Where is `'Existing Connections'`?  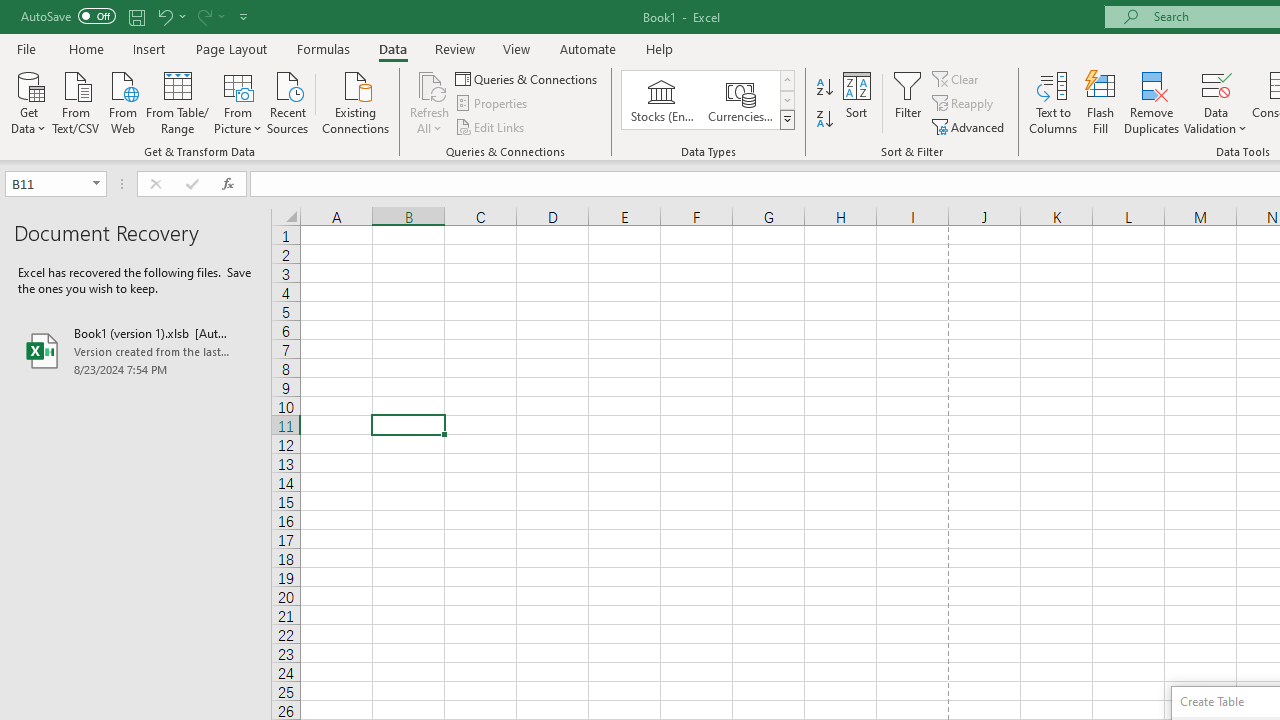 'Existing Connections' is located at coordinates (355, 101).